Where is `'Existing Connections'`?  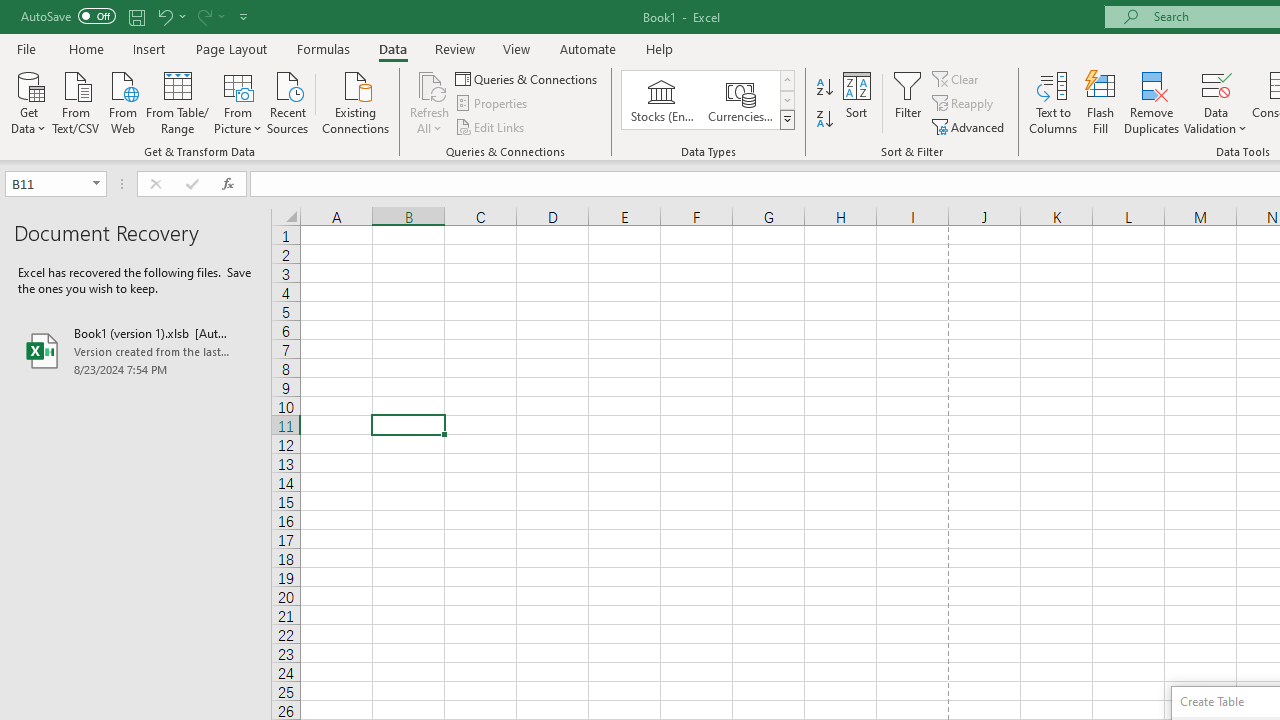 'Existing Connections' is located at coordinates (355, 101).